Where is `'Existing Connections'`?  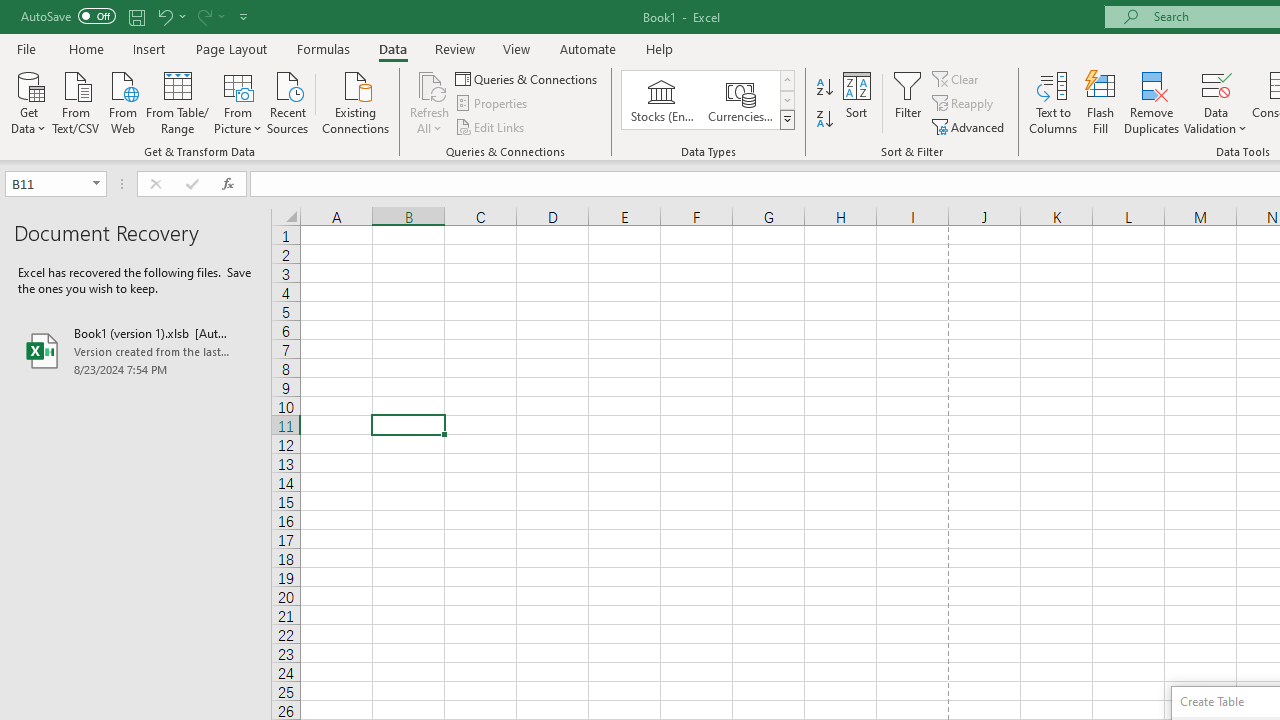 'Existing Connections' is located at coordinates (355, 101).